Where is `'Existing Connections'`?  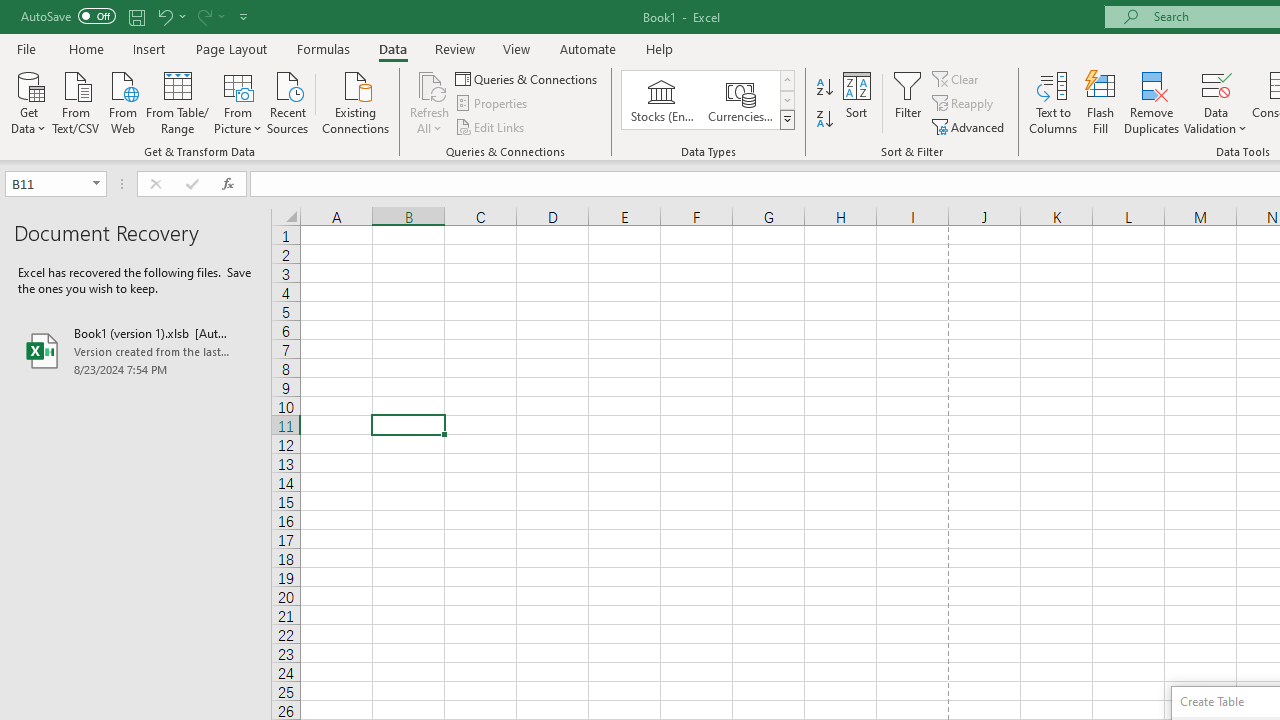 'Existing Connections' is located at coordinates (355, 101).